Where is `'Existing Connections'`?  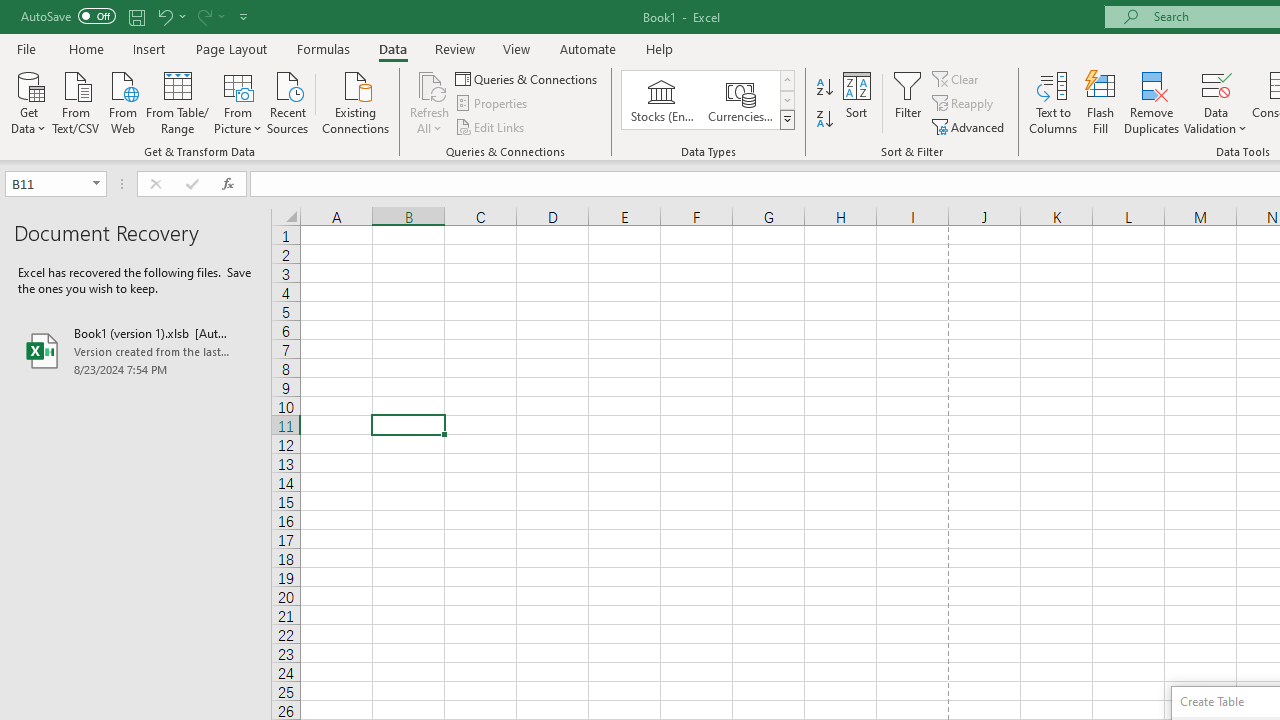 'Existing Connections' is located at coordinates (355, 101).